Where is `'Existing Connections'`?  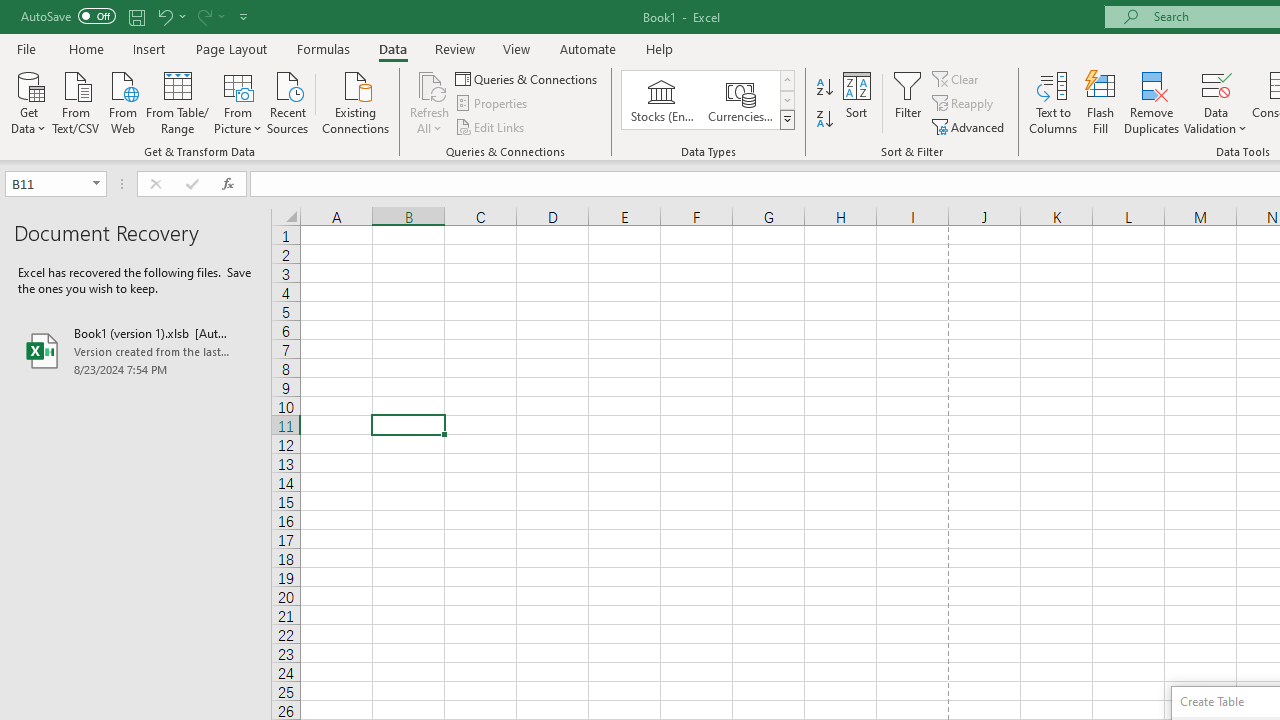 'Existing Connections' is located at coordinates (355, 101).